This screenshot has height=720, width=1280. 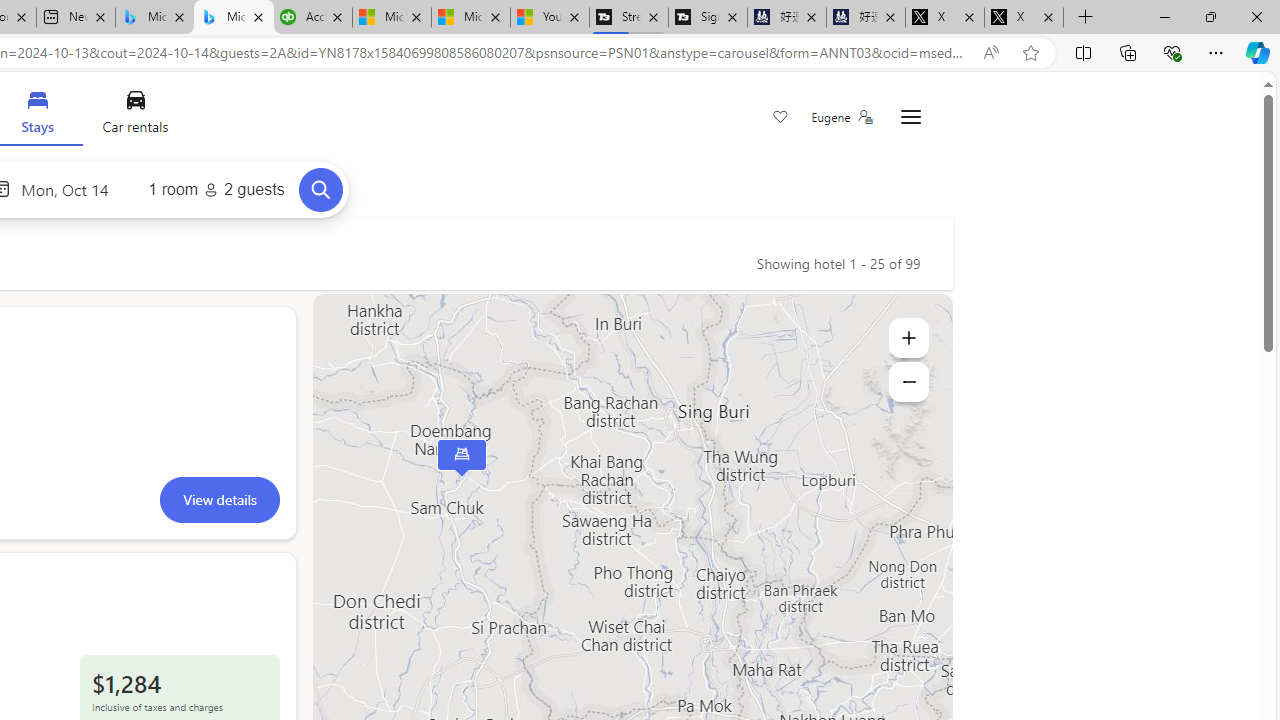 What do you see at coordinates (469, 17) in the screenshot?
I see `'Microsoft Start'` at bounding box center [469, 17].